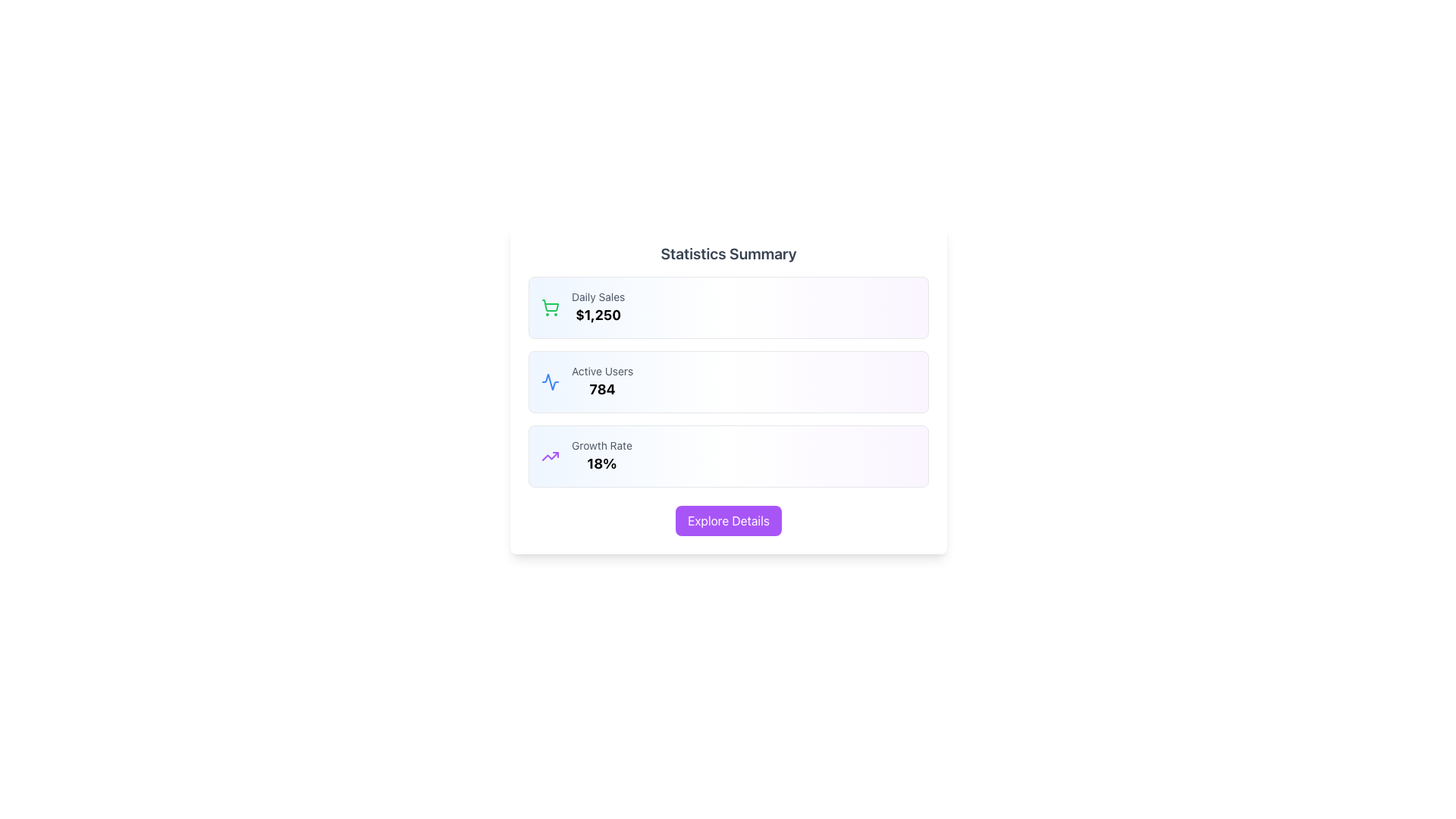 Image resolution: width=1456 pixels, height=819 pixels. What do you see at coordinates (601, 388) in the screenshot?
I see `the Text Display element showing the number '784', which is styled in bold and larger font size against a white background, located below 'Active Users' in the Statistics Summary` at bounding box center [601, 388].